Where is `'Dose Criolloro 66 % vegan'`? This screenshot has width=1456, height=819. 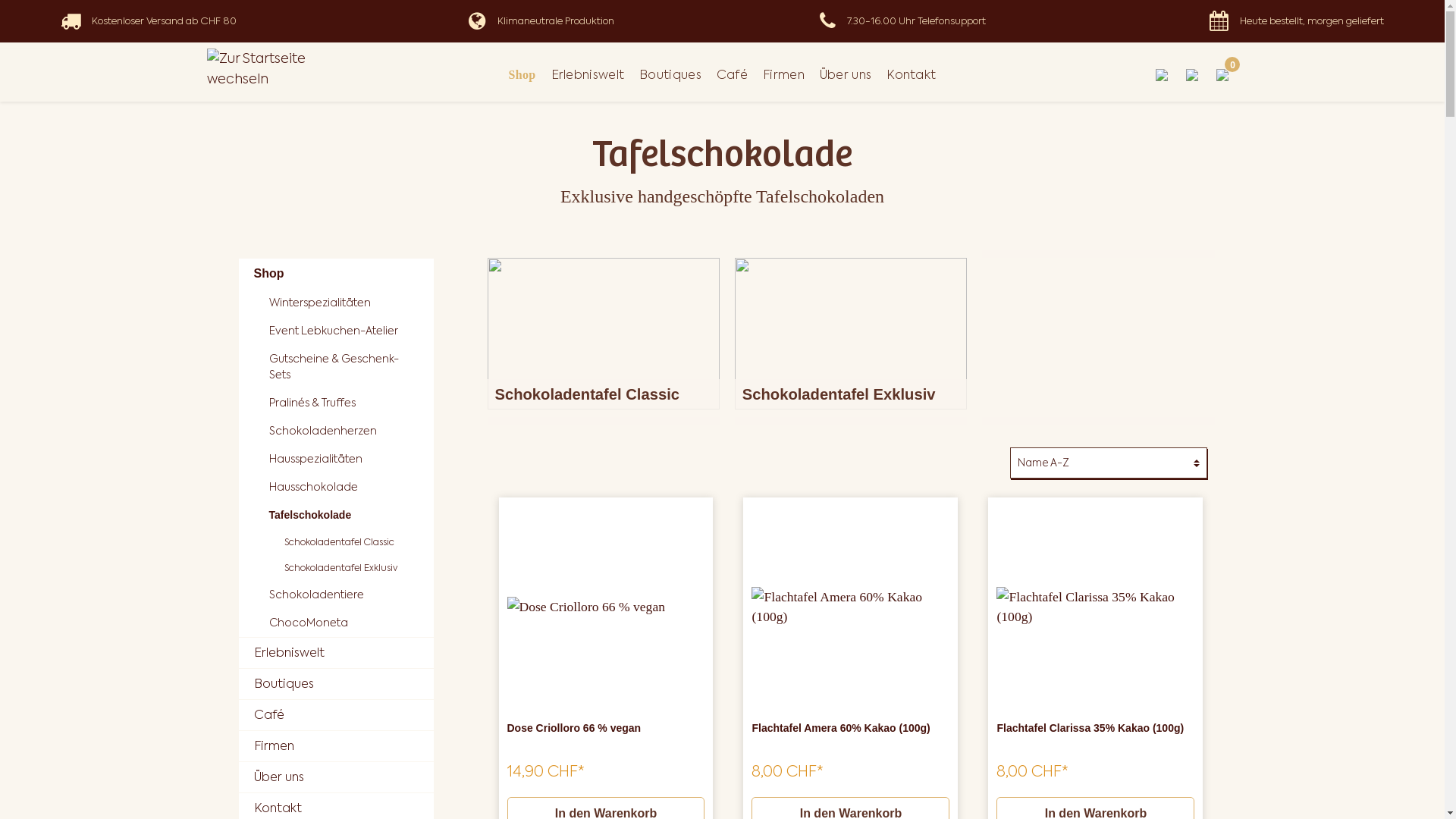
'Dose Criolloro 66 % vegan' is located at coordinates (506, 736).